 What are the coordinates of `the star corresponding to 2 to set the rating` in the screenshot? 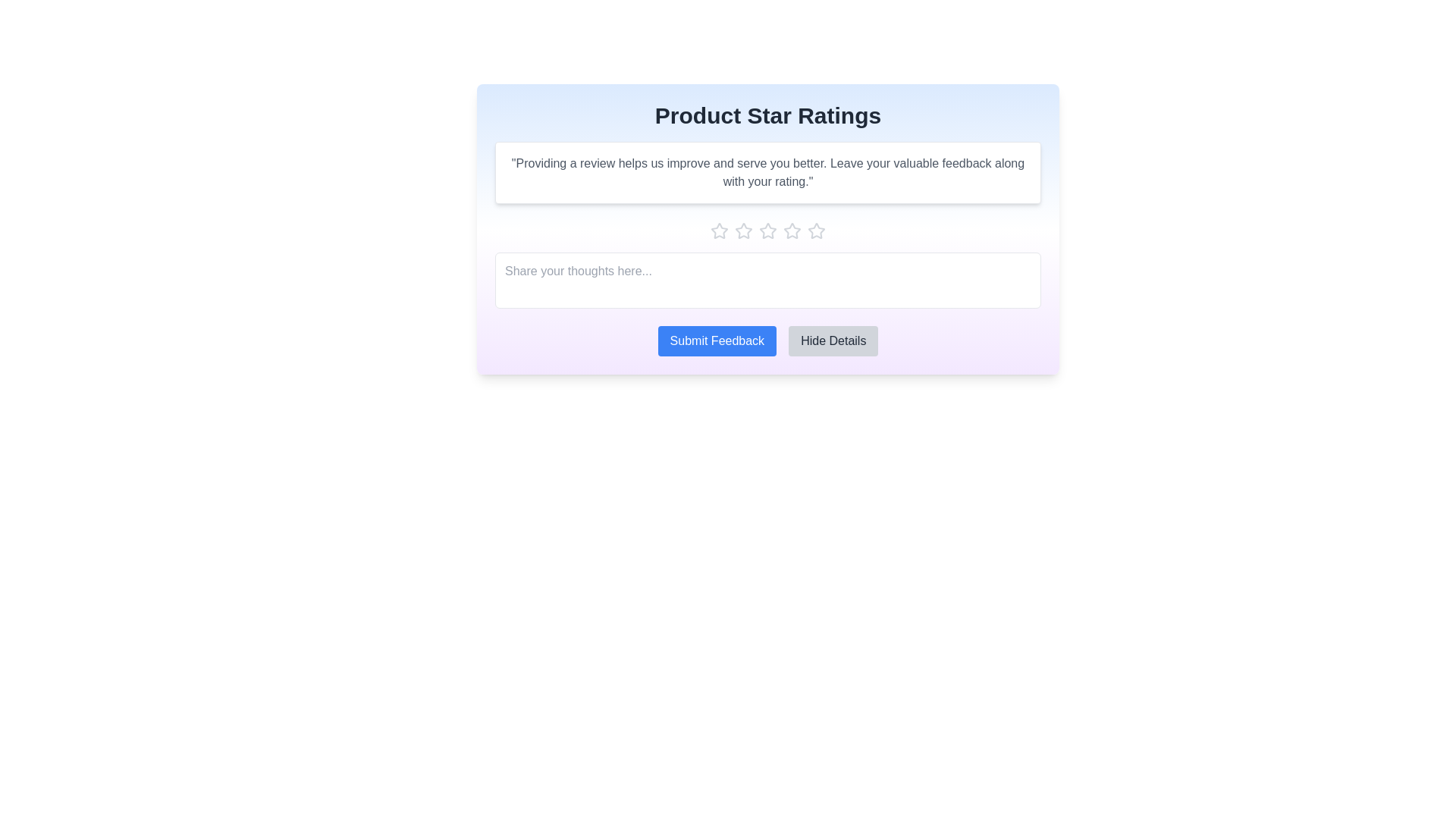 It's located at (743, 231).